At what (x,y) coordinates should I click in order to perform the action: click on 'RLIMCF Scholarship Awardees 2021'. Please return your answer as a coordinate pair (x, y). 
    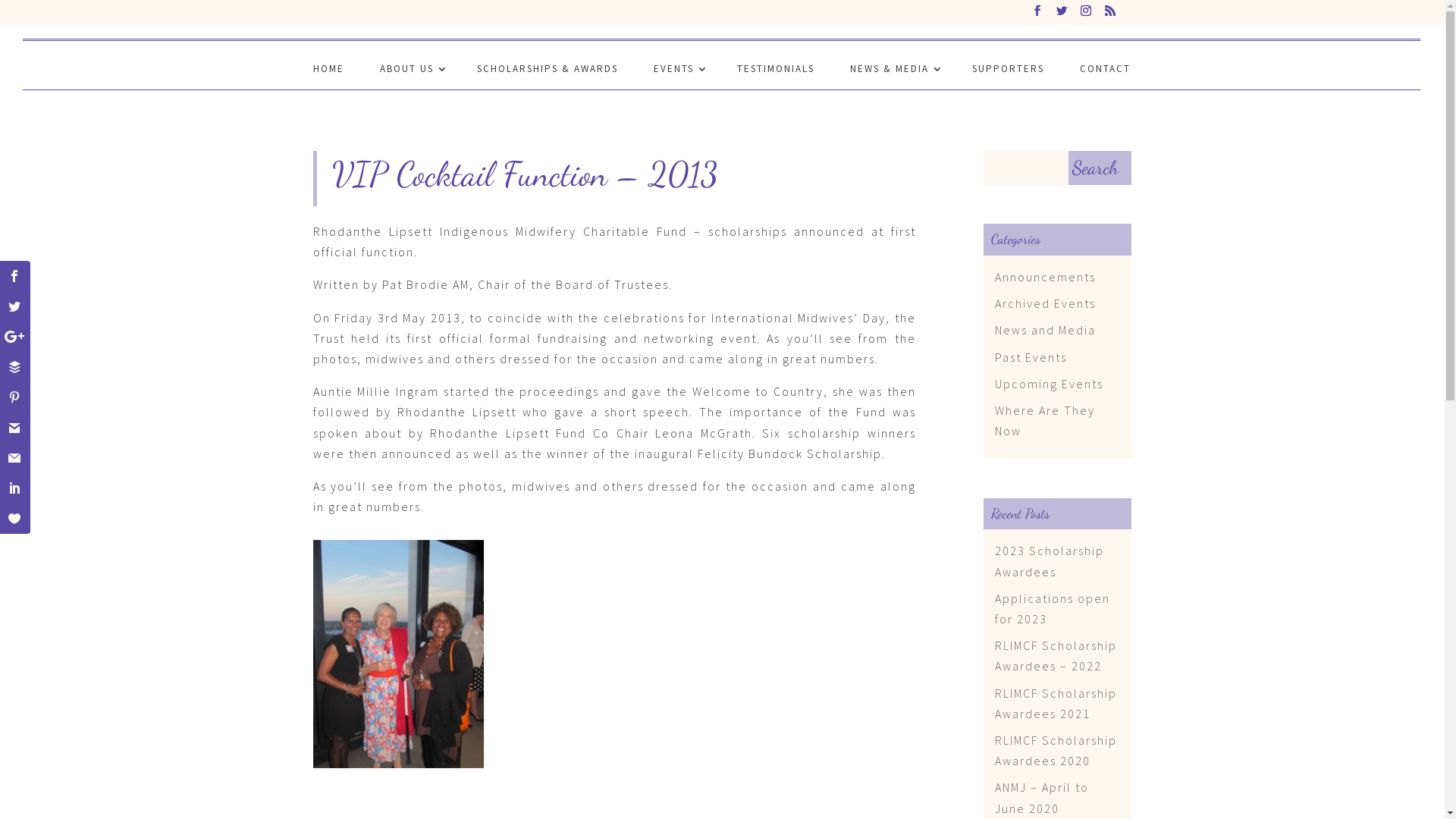
    Looking at the image, I should click on (994, 703).